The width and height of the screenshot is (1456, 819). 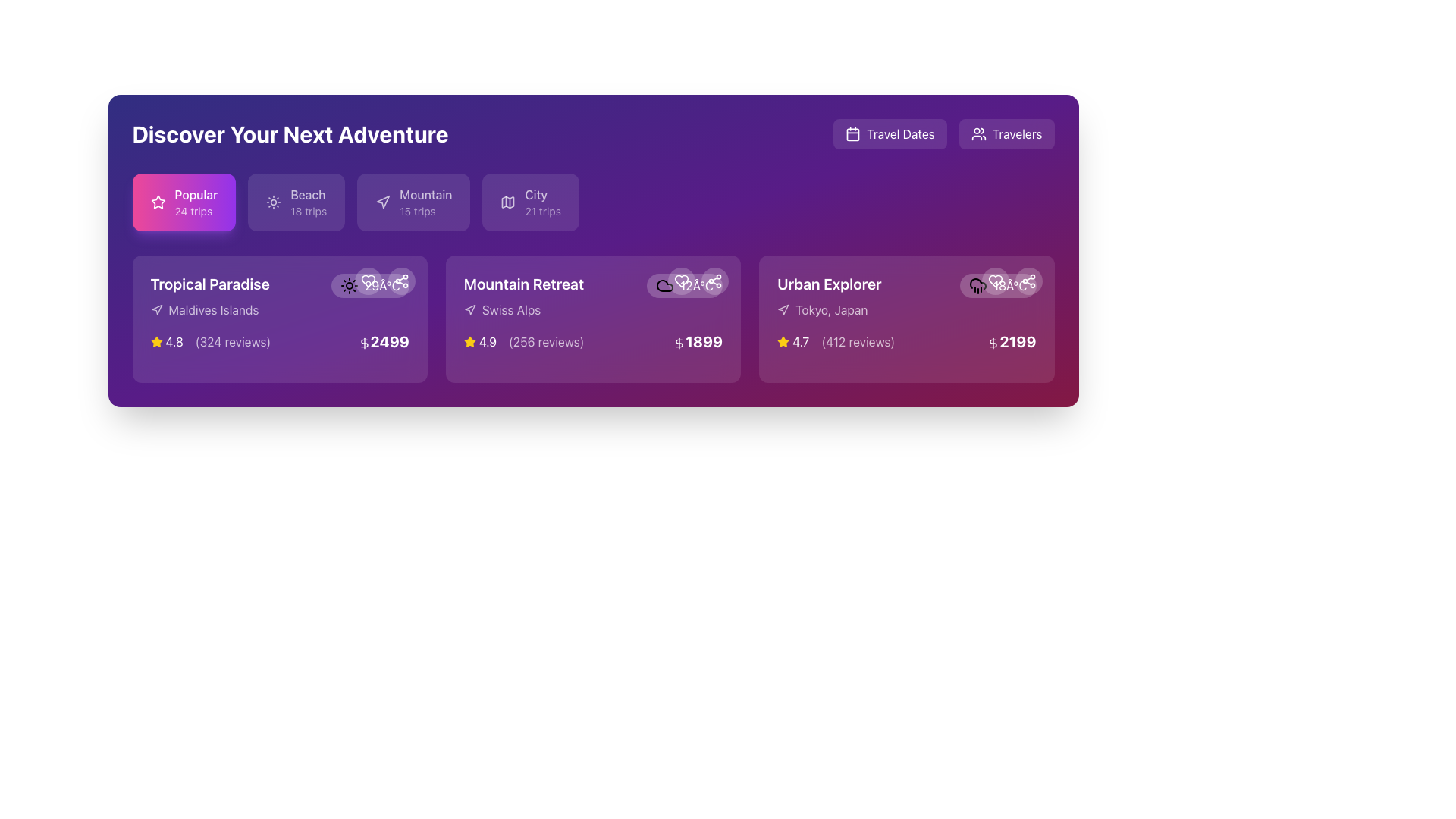 What do you see at coordinates (156, 309) in the screenshot?
I see `the stylized navigation arrow icon located to the immediate left of the 'Maldives Islands' text in the 'Tropical Paradise' section` at bounding box center [156, 309].